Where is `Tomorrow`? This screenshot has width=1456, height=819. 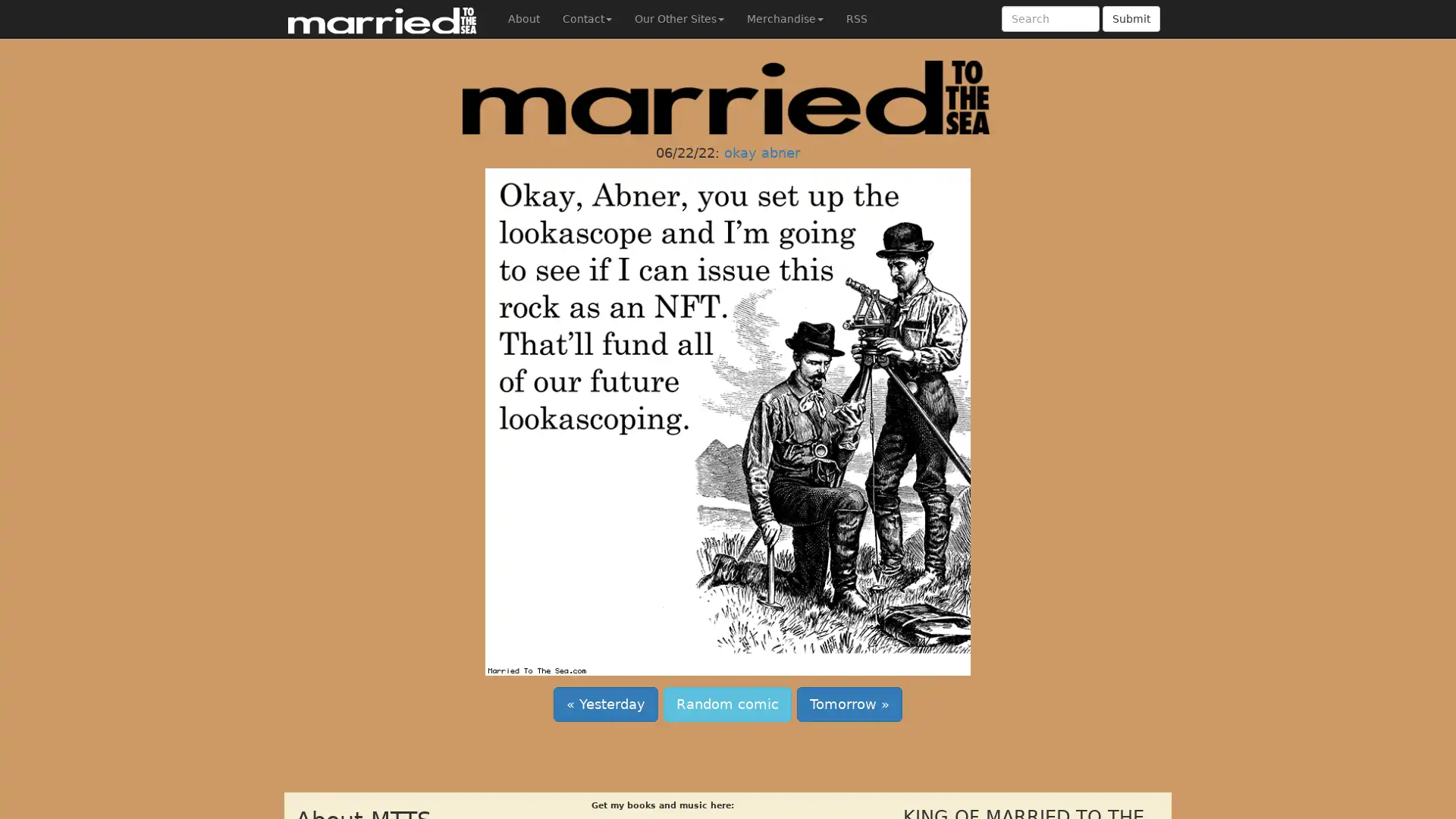
Tomorrow is located at coordinates (849, 704).